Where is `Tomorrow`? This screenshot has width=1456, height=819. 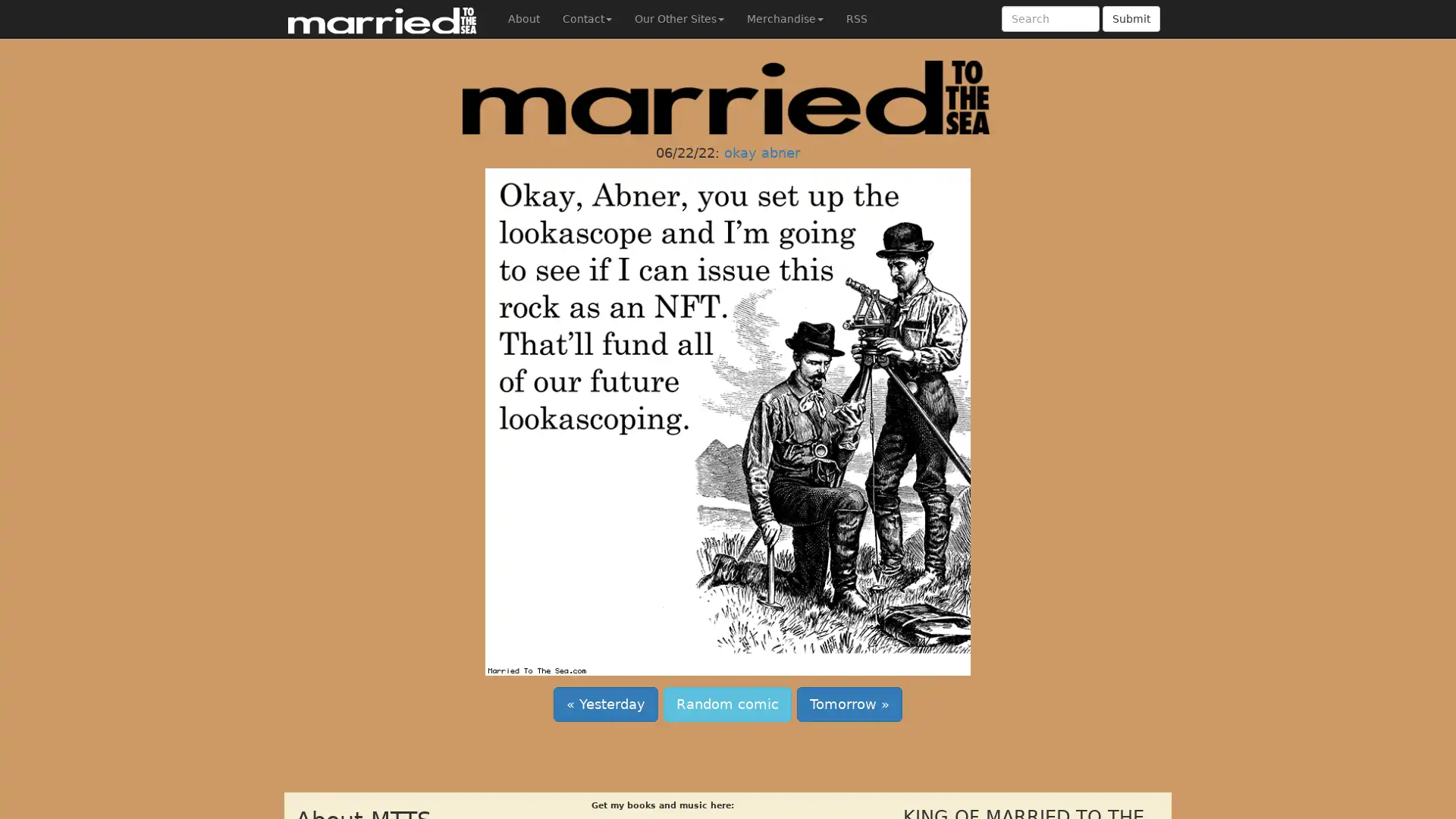
Tomorrow is located at coordinates (849, 704).